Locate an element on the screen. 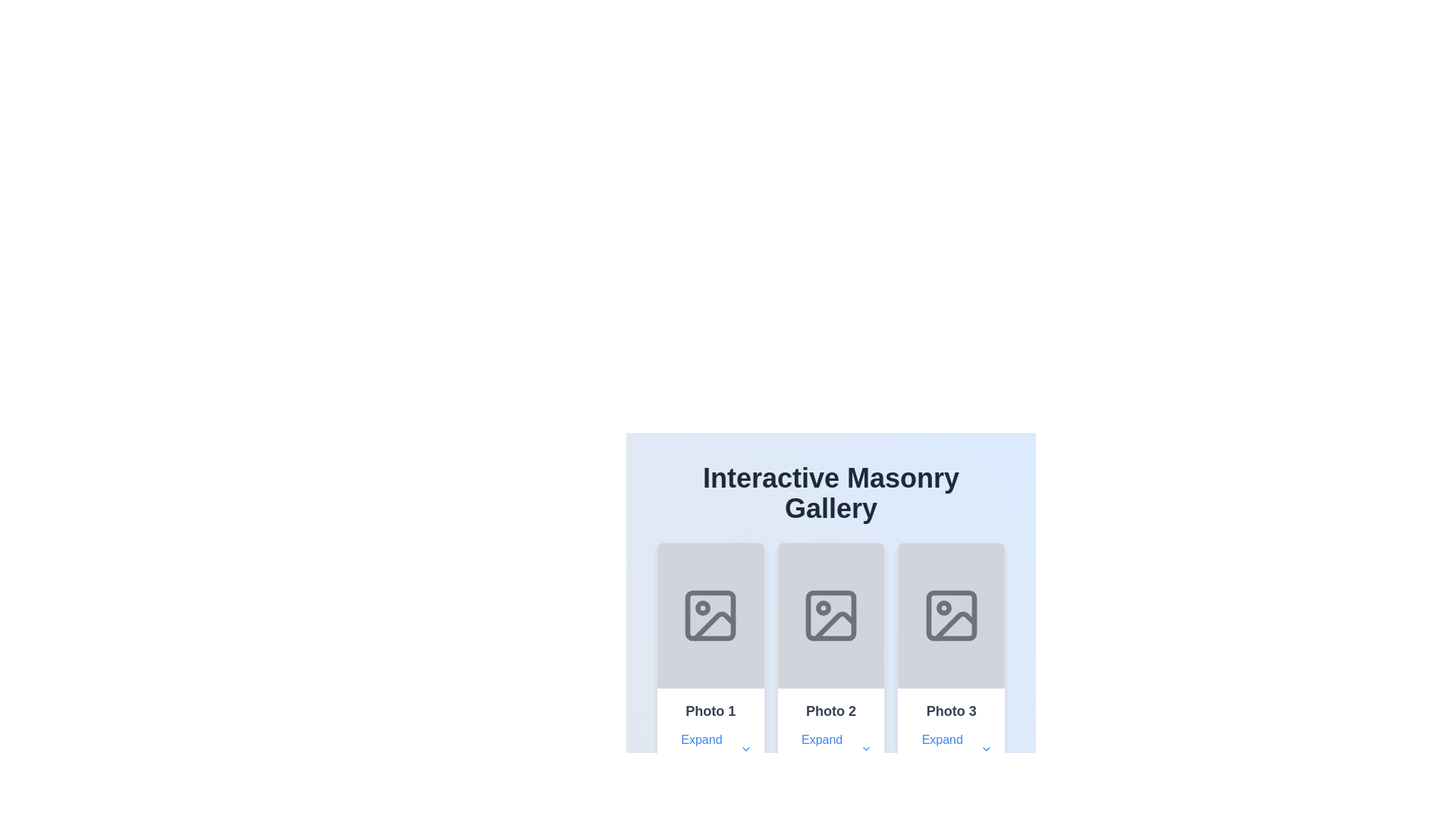  Circle (SVG element) located inside the first icon image of the 'Interactive Masonry Gallery' interface, indicating an active or selected state for 'Photo 1', via developer tools is located at coordinates (702, 607).